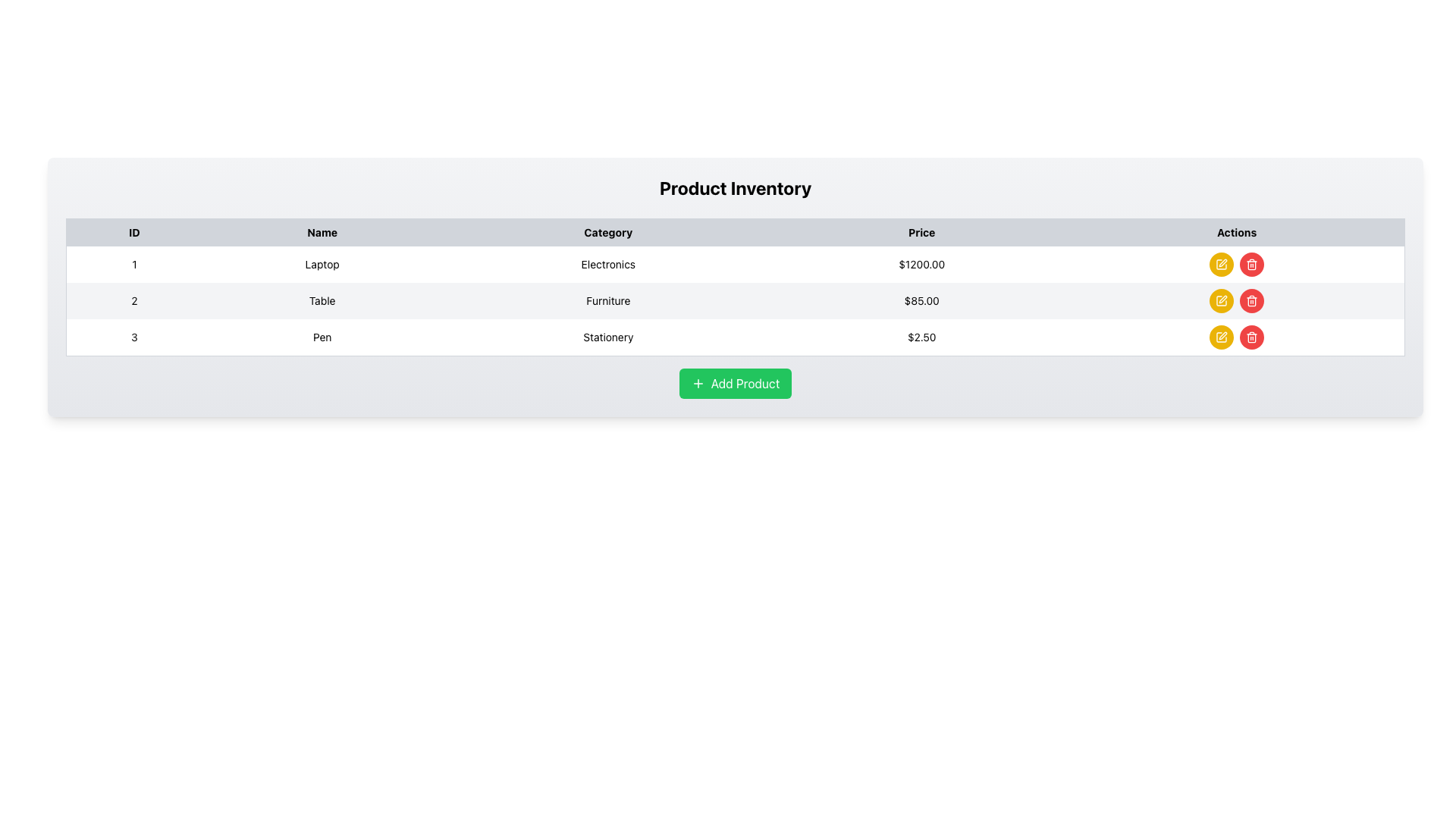  What do you see at coordinates (921, 337) in the screenshot?
I see `the static text displaying the price of the 'Pen' in the inventory list, located in the third row under the 'Price' column next to 'Stationery'` at bounding box center [921, 337].